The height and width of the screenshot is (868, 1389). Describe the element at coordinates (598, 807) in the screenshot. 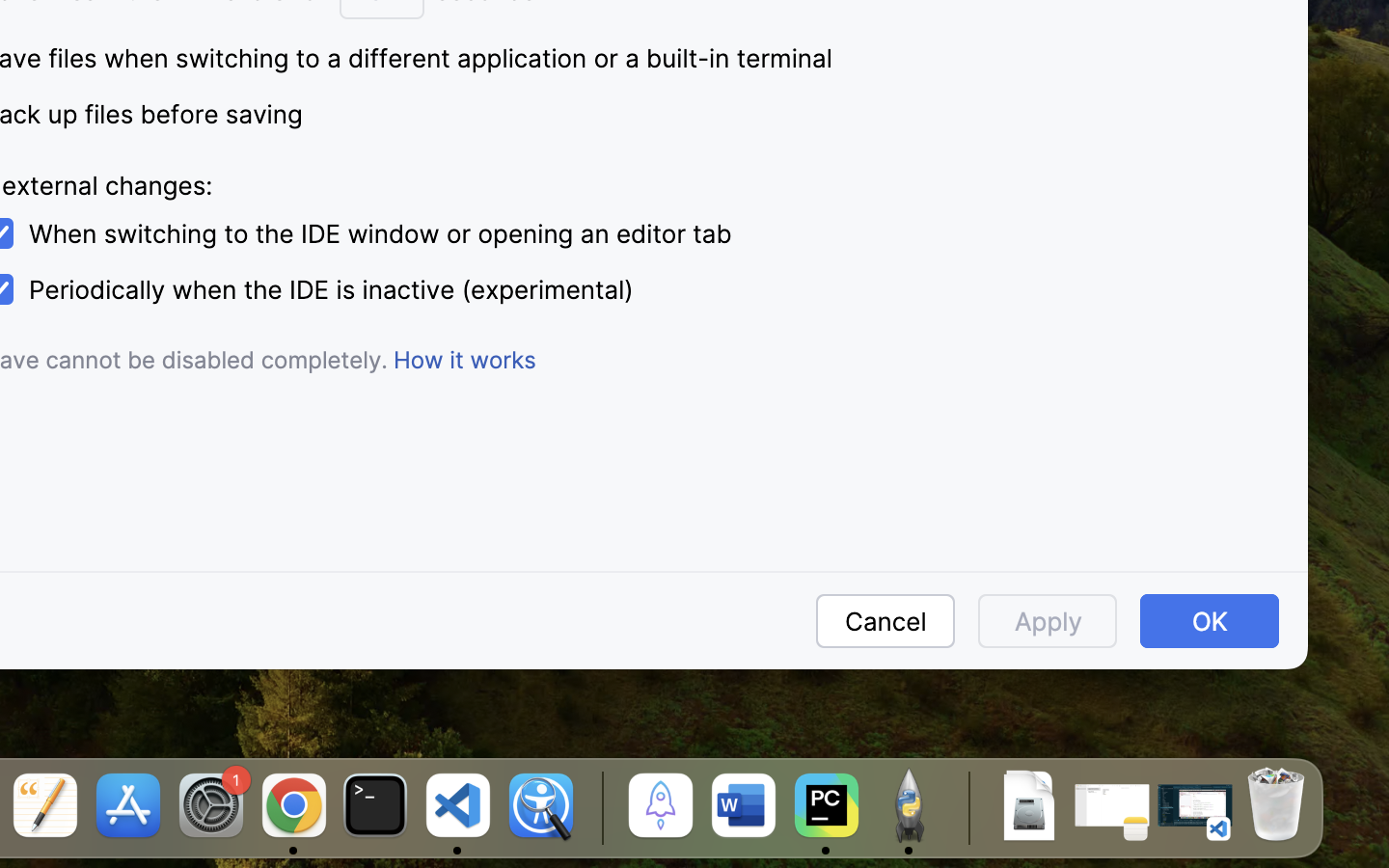

I see `'0.4285714328289032'` at that location.